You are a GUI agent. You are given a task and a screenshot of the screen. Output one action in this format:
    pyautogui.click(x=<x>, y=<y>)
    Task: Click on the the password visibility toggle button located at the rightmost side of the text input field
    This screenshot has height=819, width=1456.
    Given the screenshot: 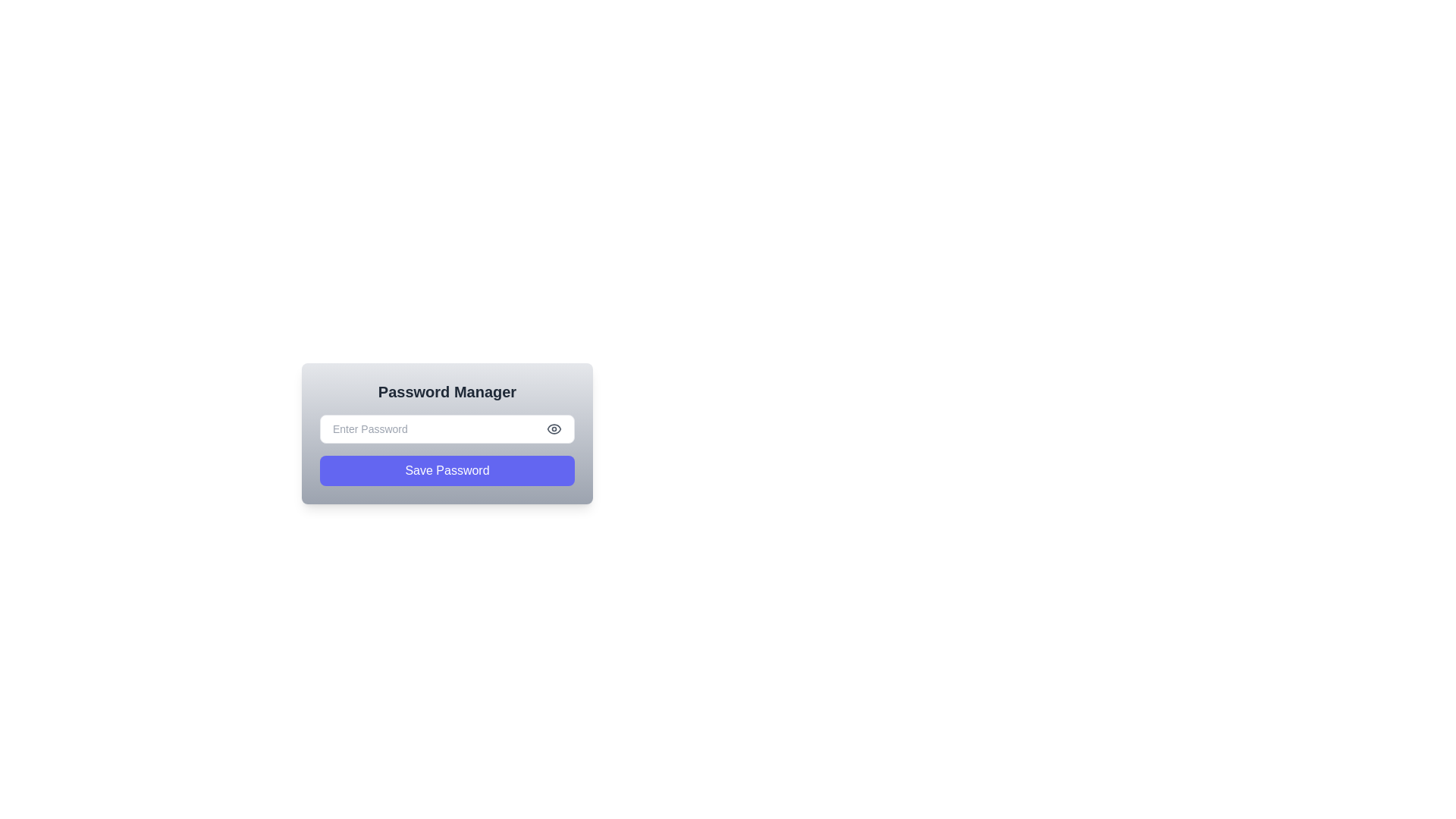 What is the action you would take?
    pyautogui.click(x=553, y=429)
    